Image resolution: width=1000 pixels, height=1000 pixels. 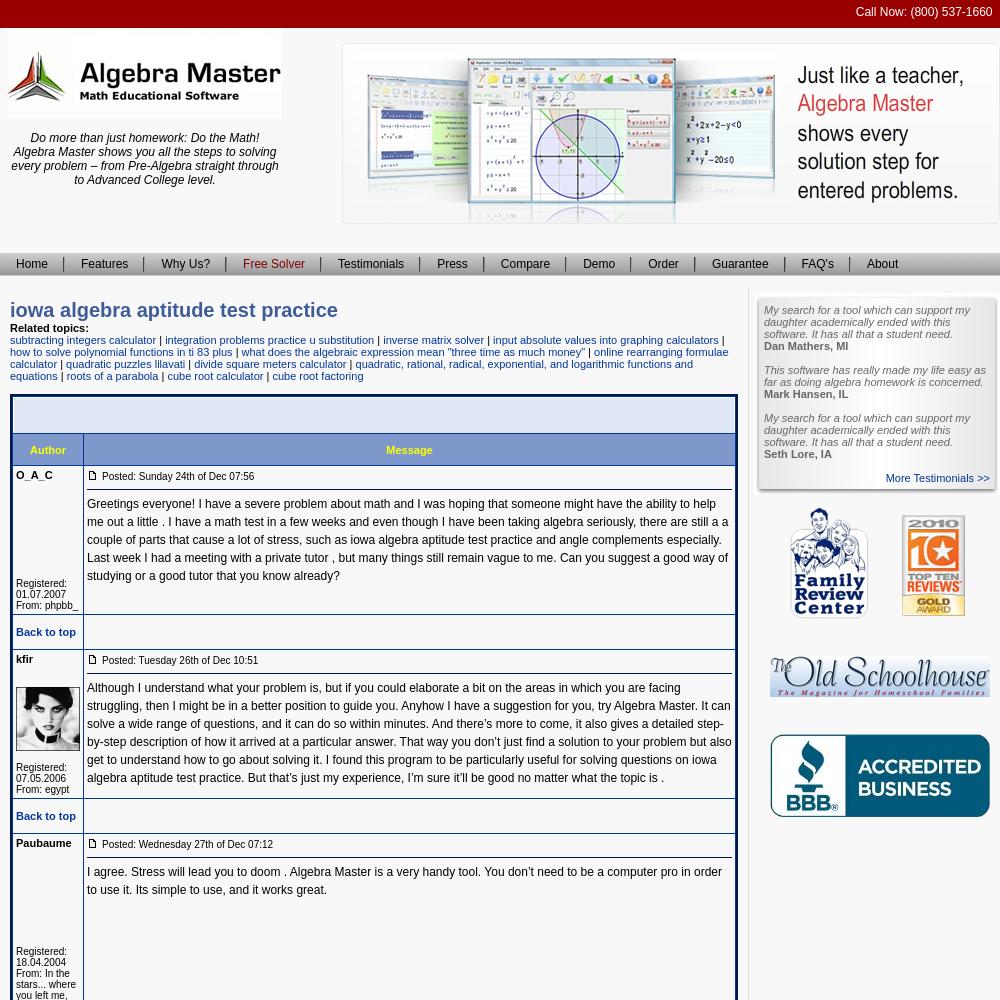 I want to click on 'Do more than just homework: Do the Math! Algebra Master shows you all the steps to solving every problem – from Pre-Algebra straight through to Advanced College level.', so click(x=144, y=159).